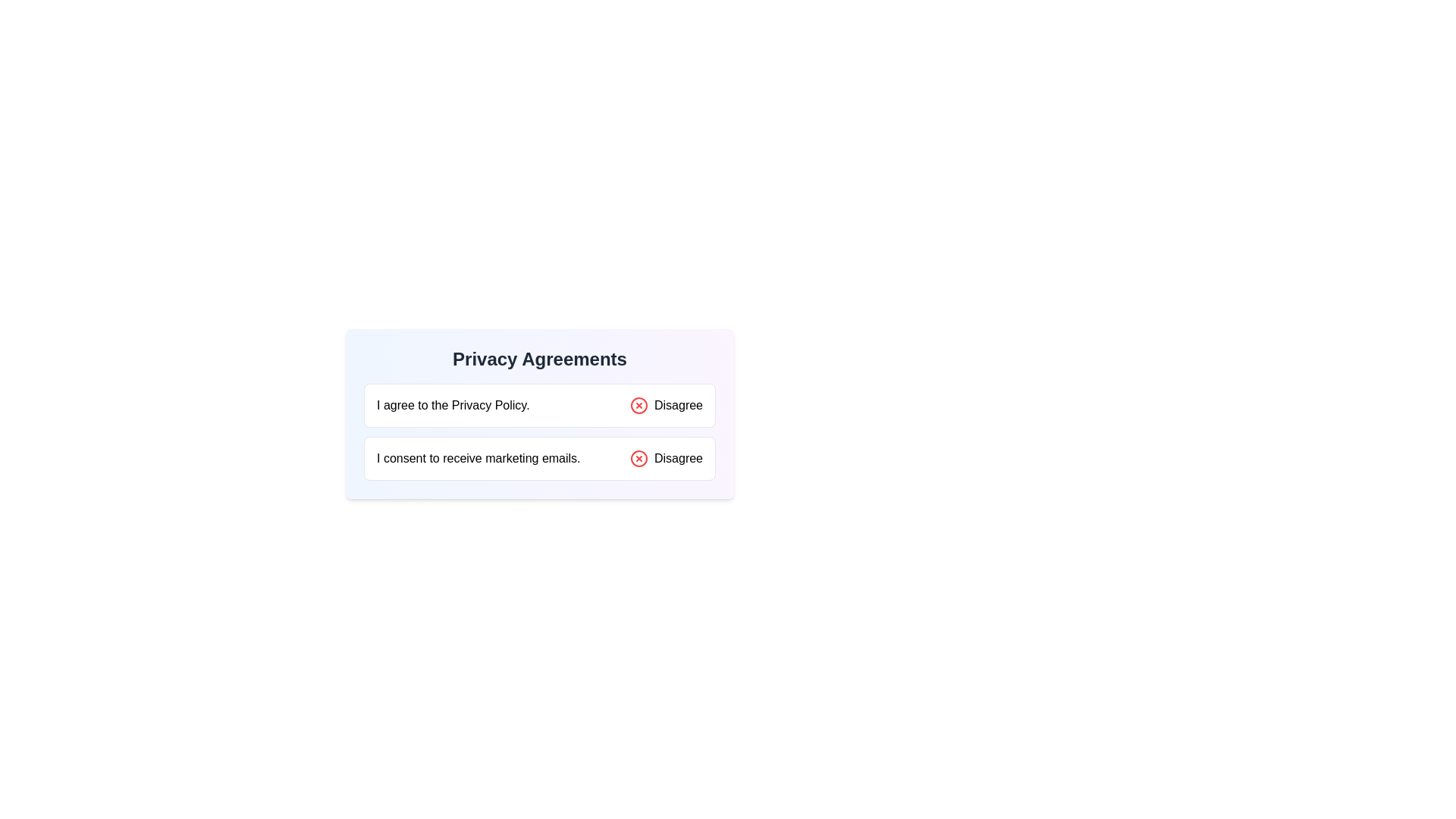 The height and width of the screenshot is (819, 1456). What do you see at coordinates (639, 405) in the screenshot?
I see `the status of the red circular icon with an 'X' inside, located next to the text 'Disagree' at the far-right side of the top row in the layout` at bounding box center [639, 405].